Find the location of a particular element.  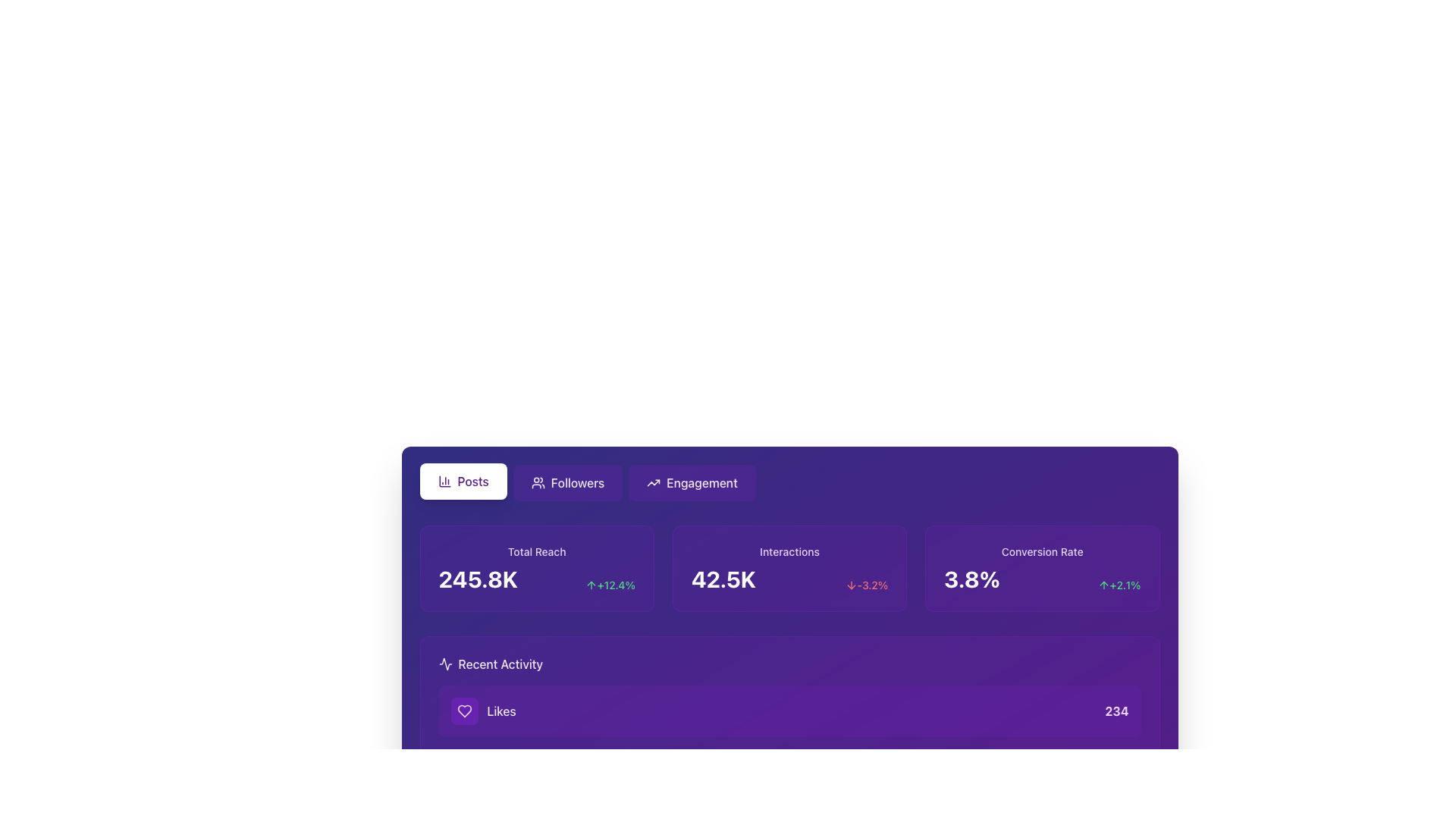

text 'Engagement' located within the purple button that has rounded corners and an upward arrow icon to its left is located at coordinates (701, 482).